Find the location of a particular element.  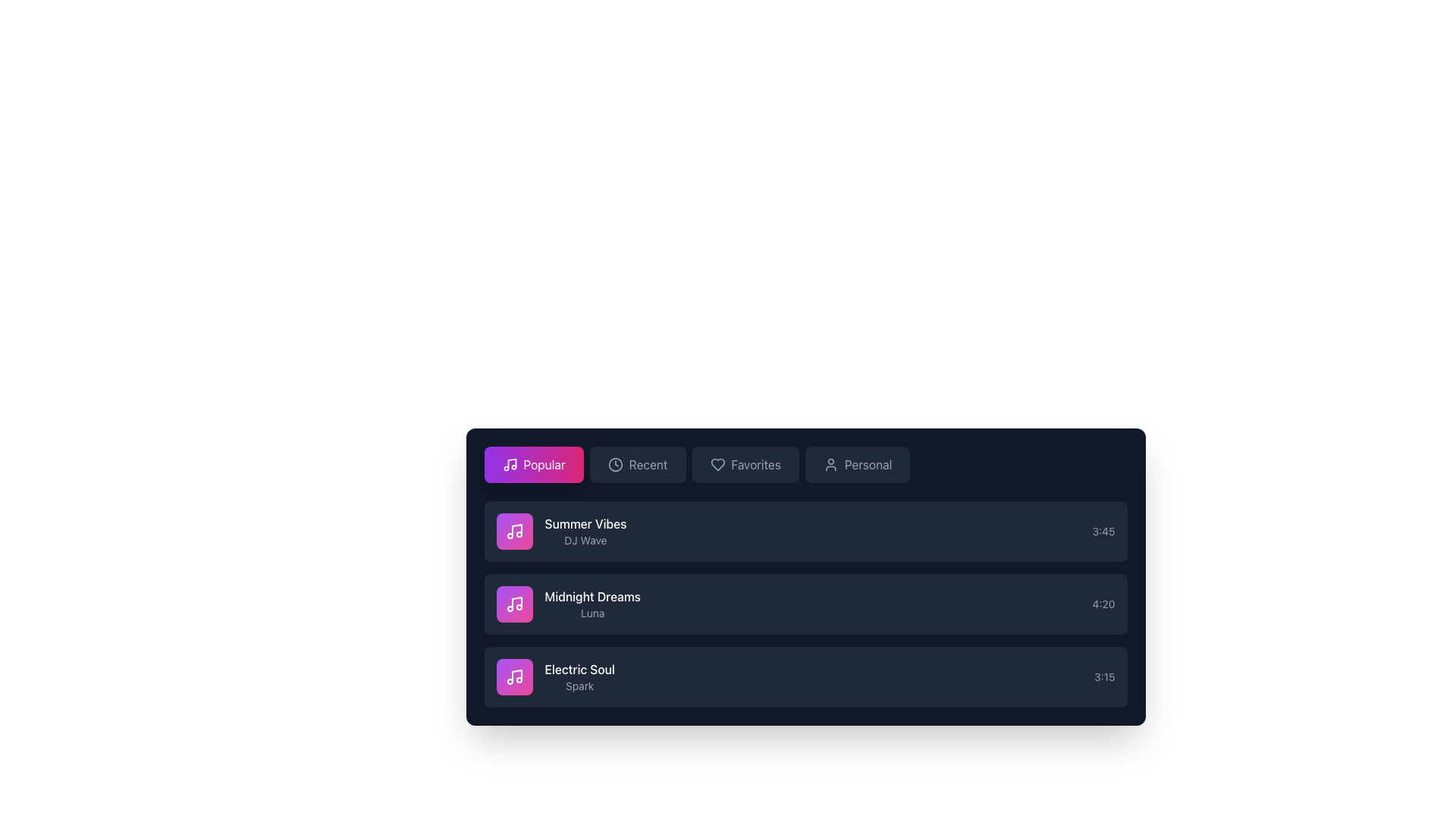

the third button in the navigation bar, which filters or displays the user's favorite items is located at coordinates (745, 464).